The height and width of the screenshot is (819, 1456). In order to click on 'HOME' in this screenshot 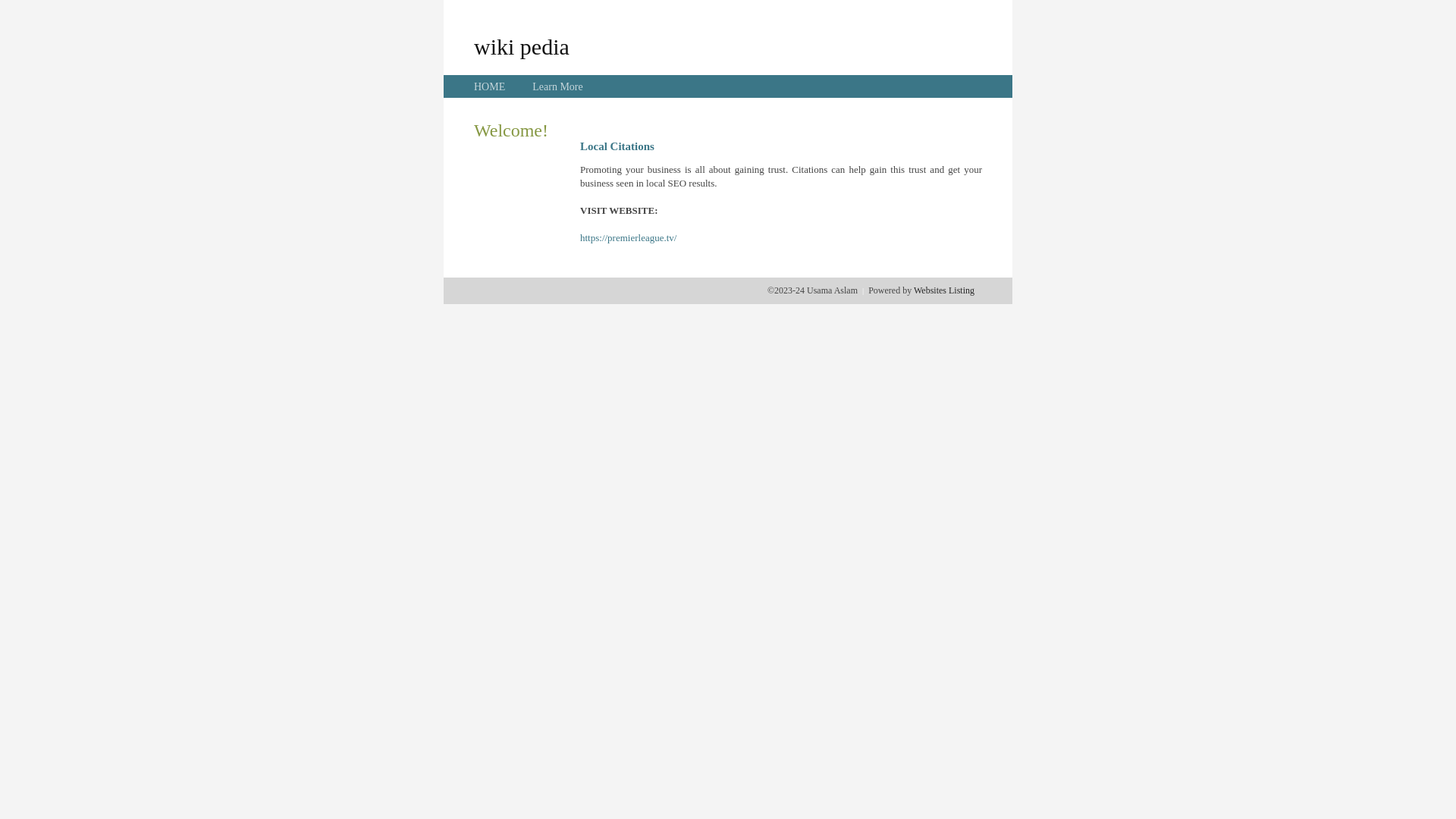, I will do `click(472, 86)`.